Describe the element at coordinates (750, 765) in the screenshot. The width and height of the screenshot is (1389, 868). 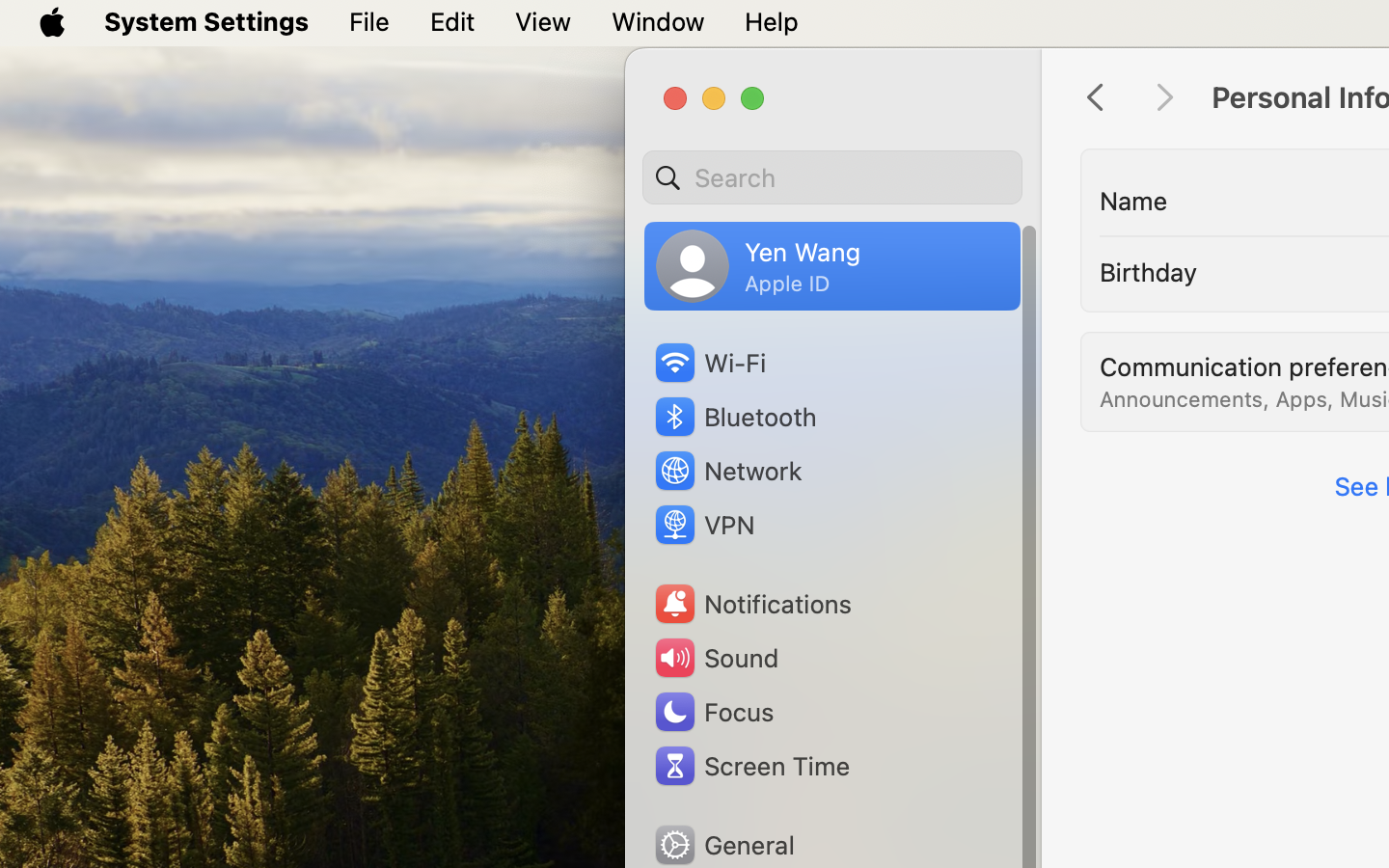
I see `'Screen Time'` at that location.